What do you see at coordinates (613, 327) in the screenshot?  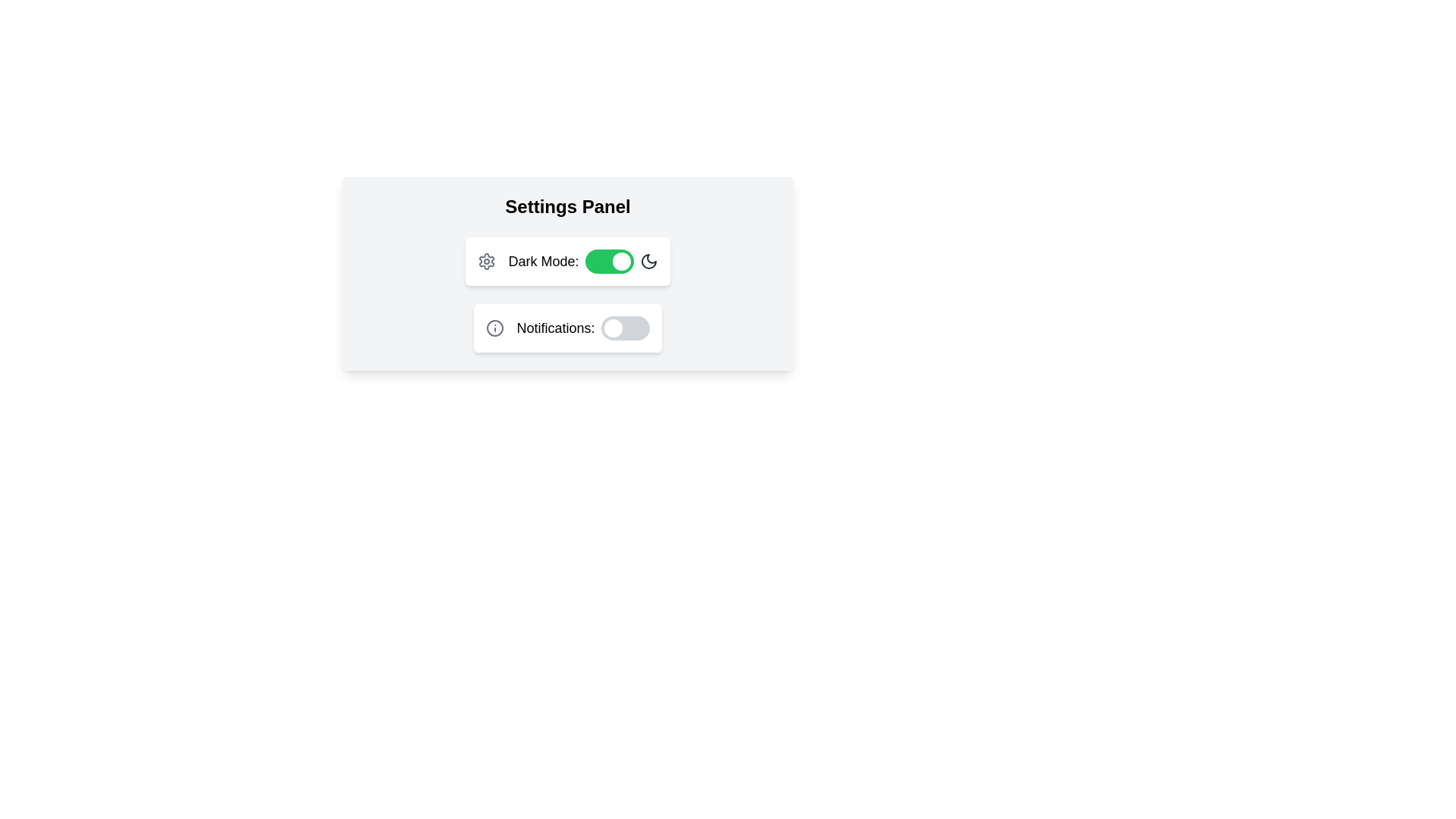 I see `the small circular toggle indicator within the lower toggle switch of the settings panel` at bounding box center [613, 327].